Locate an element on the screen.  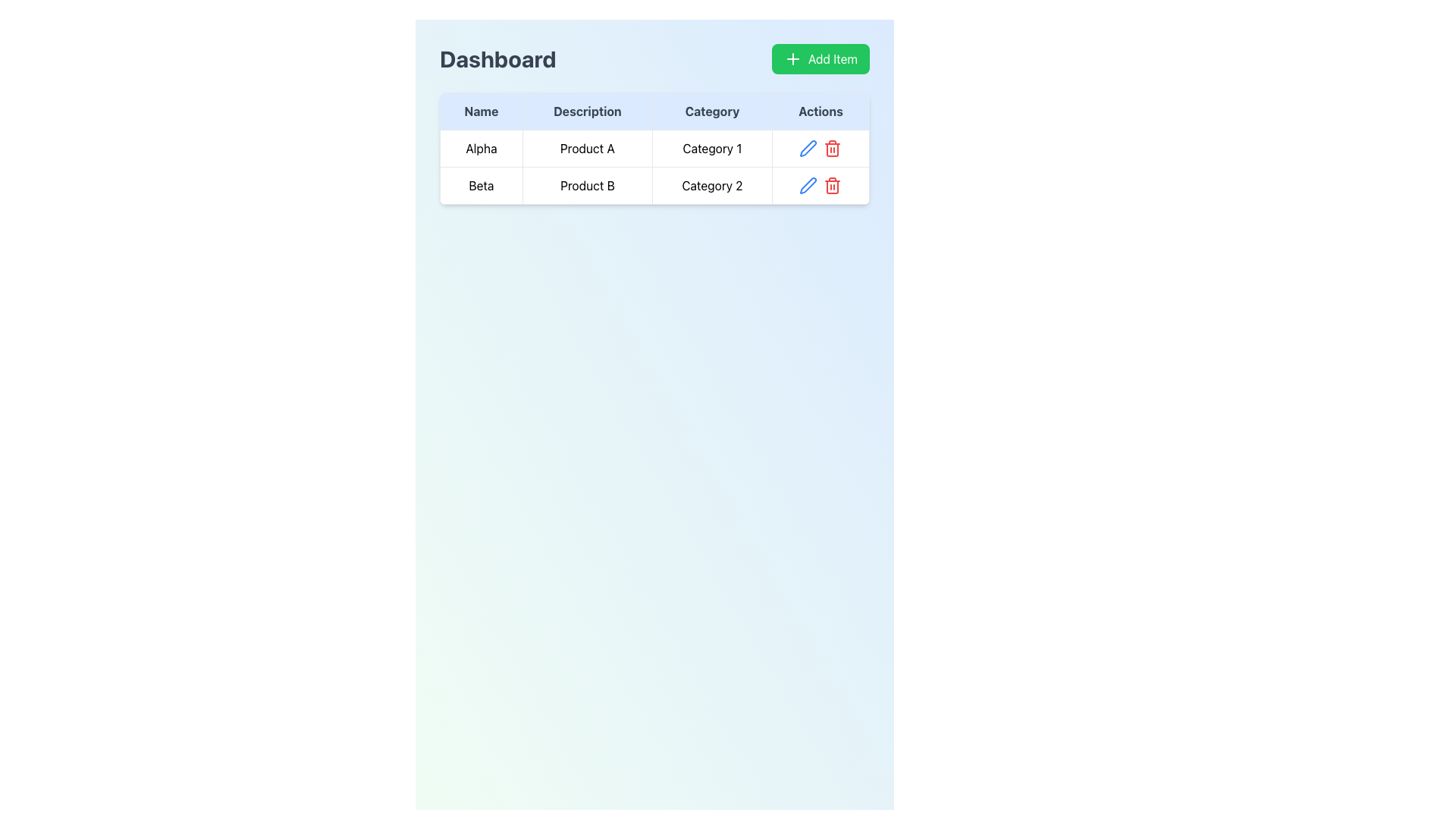
the text label 'Alpha' located in the first column of the first row of the table, which is styled with padding and a border, adjacent to 'Product A' is located at coordinates (480, 149).